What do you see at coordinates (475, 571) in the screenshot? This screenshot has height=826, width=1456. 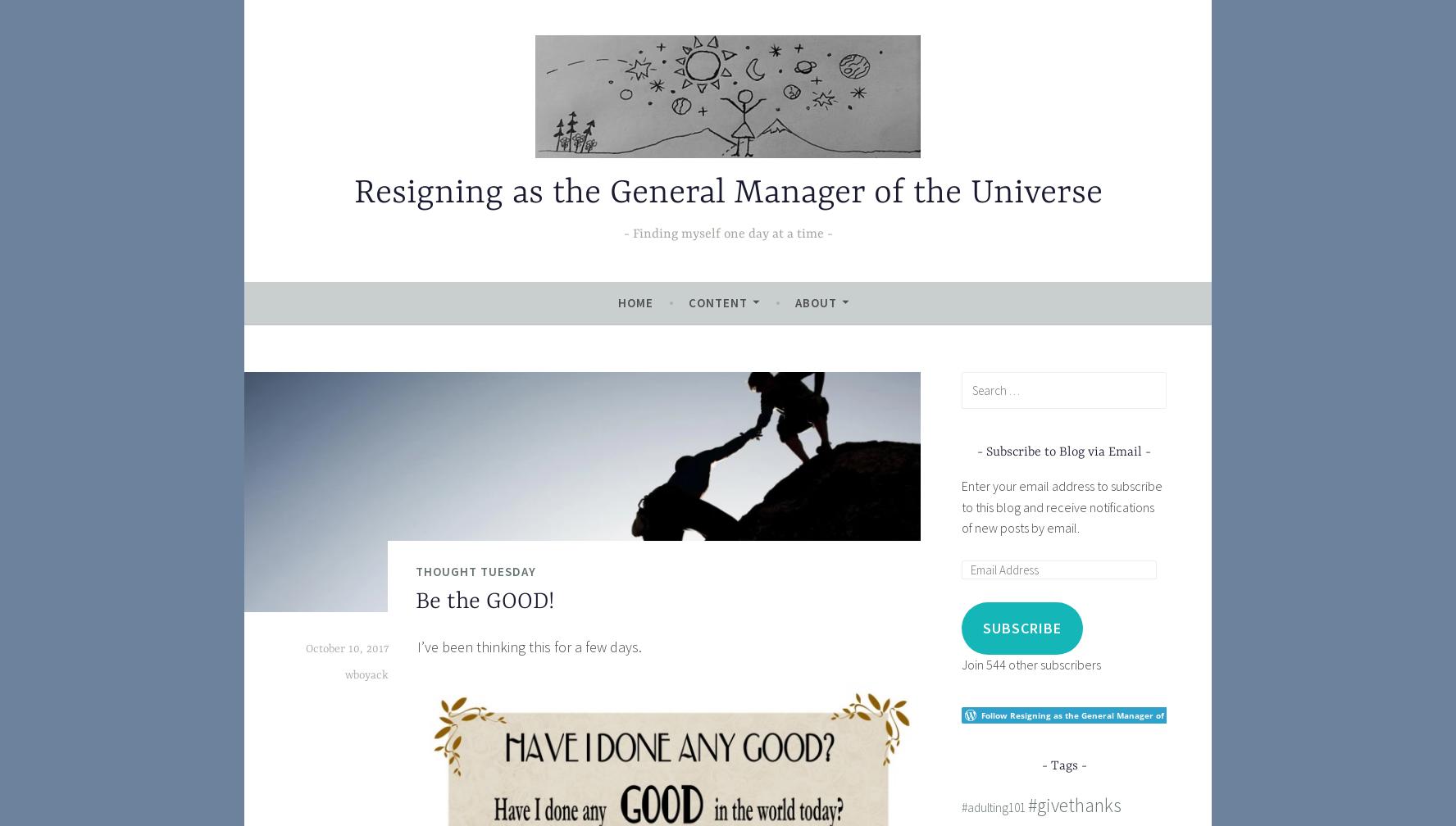 I see `'Thought Tuesday'` at bounding box center [475, 571].